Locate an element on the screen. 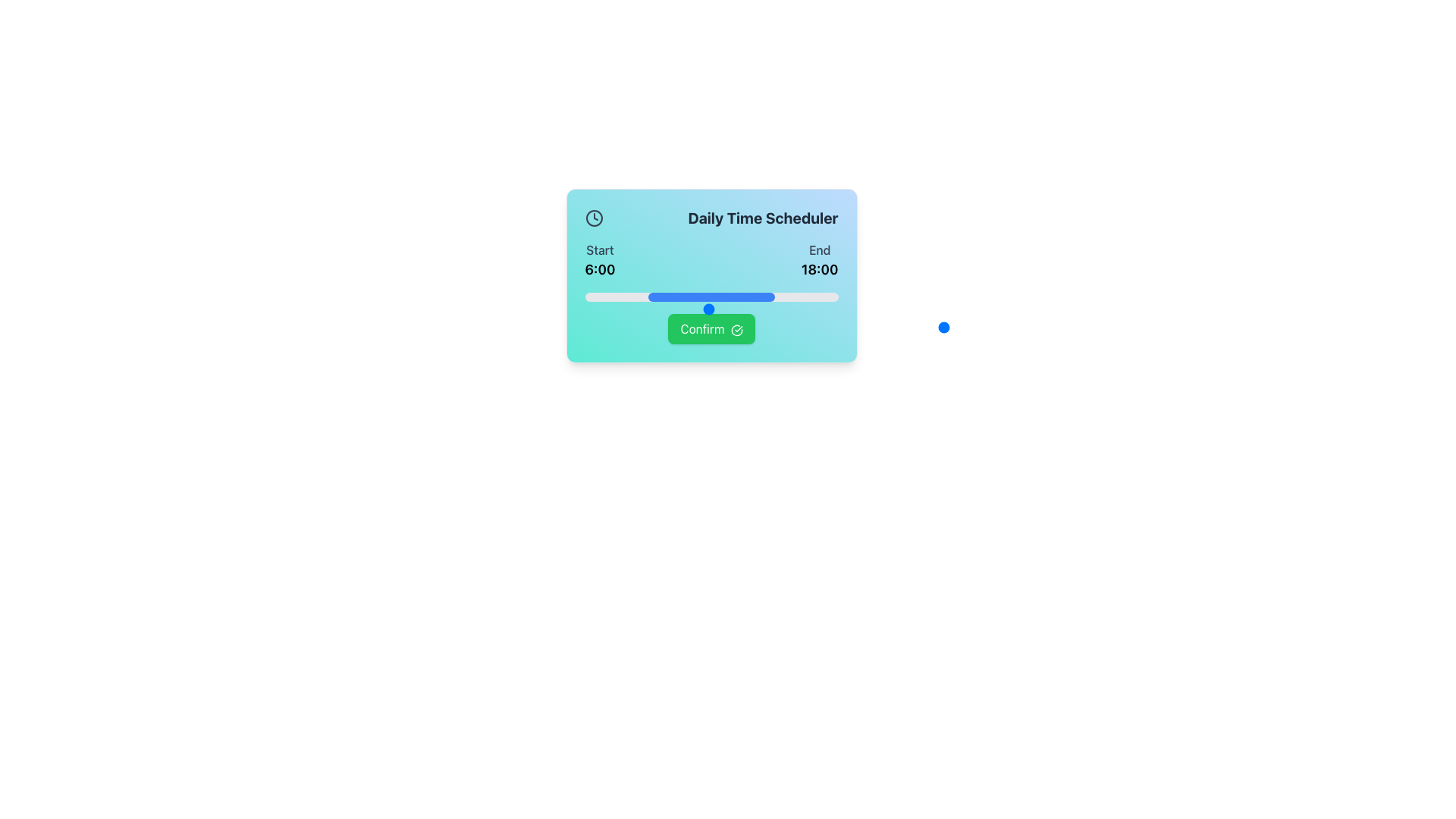 Image resolution: width=1456 pixels, height=819 pixels. the horizontal progress bar with a rounded rectangular design located in the 'Daily Time Scheduler' card, which has a light gray background and a blue filled section from 25% to 75% is located at coordinates (711, 297).